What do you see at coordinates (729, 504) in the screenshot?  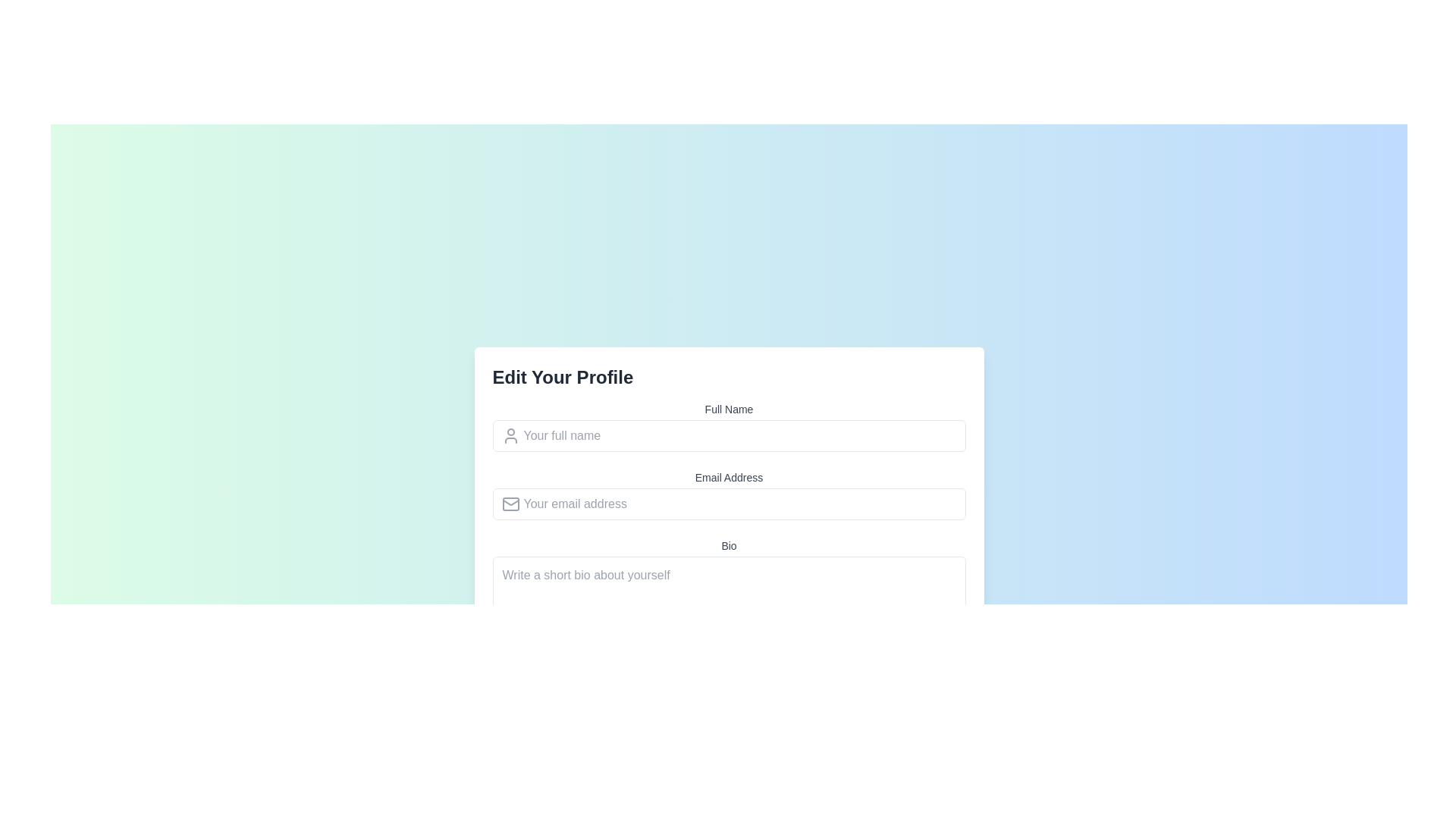 I see `the 'Email Address' input field to trigger a focus change, which is the second input field below the 'Full Name' field and above the 'Bio' section` at bounding box center [729, 504].